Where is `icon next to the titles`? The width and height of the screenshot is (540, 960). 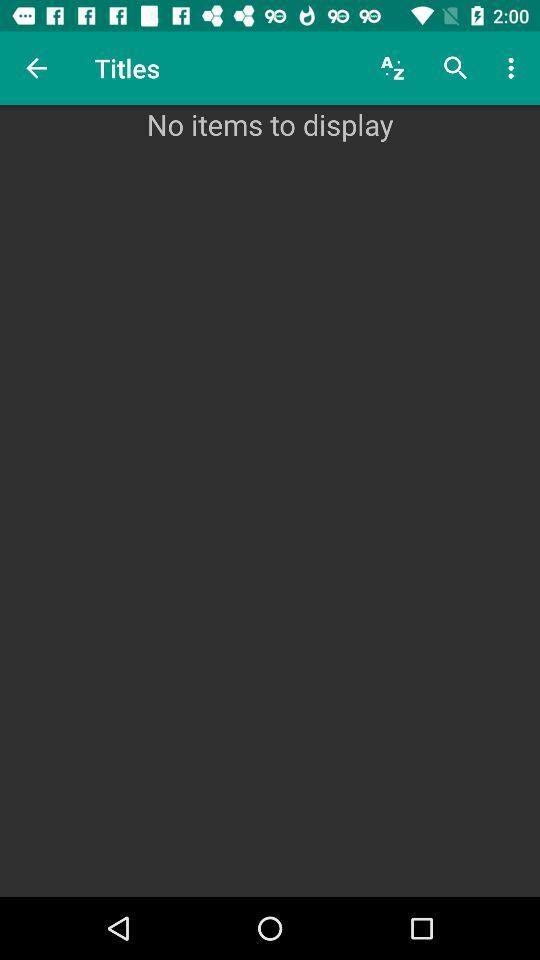 icon next to the titles is located at coordinates (36, 68).